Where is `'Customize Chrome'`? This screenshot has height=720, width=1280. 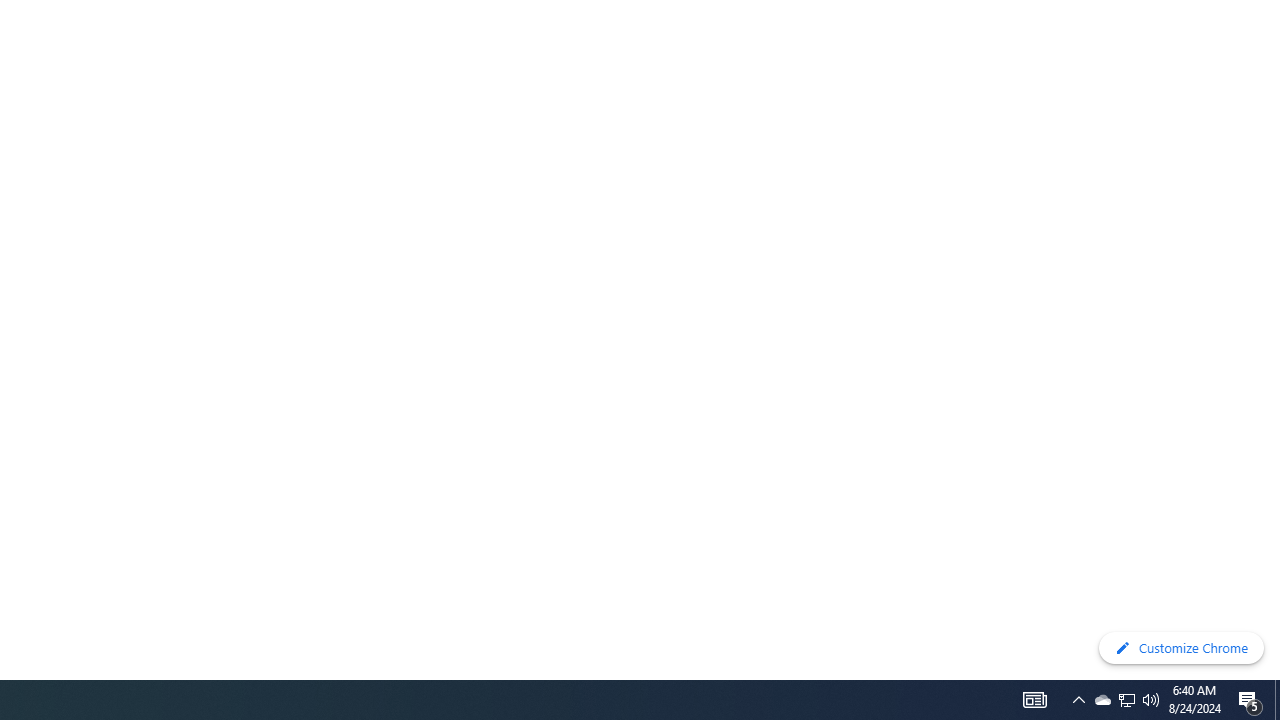
'Customize Chrome' is located at coordinates (1181, 648).